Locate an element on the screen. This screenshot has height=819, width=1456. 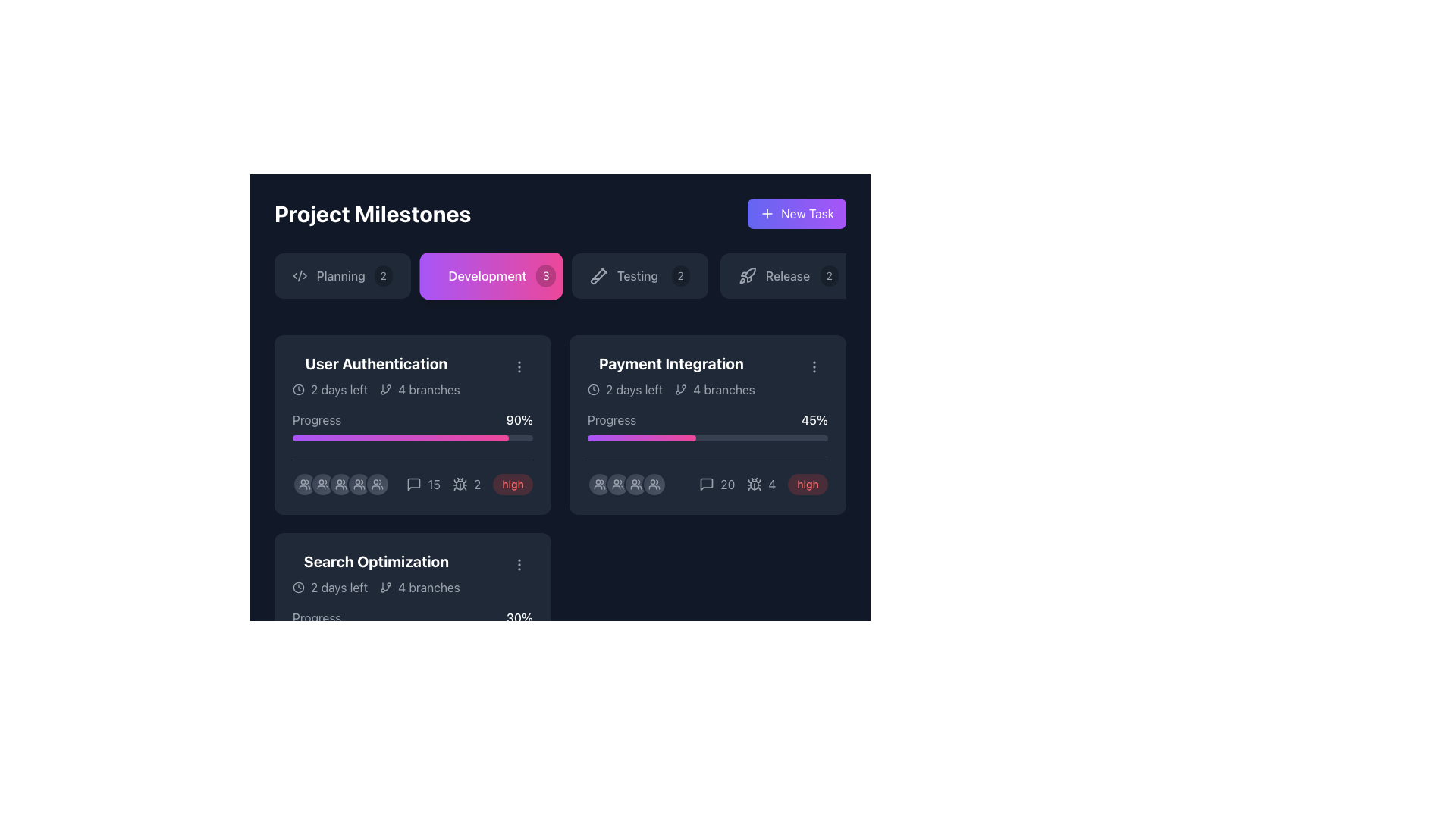
the plus icon located inside the 'New Task' button is located at coordinates (767, 213).